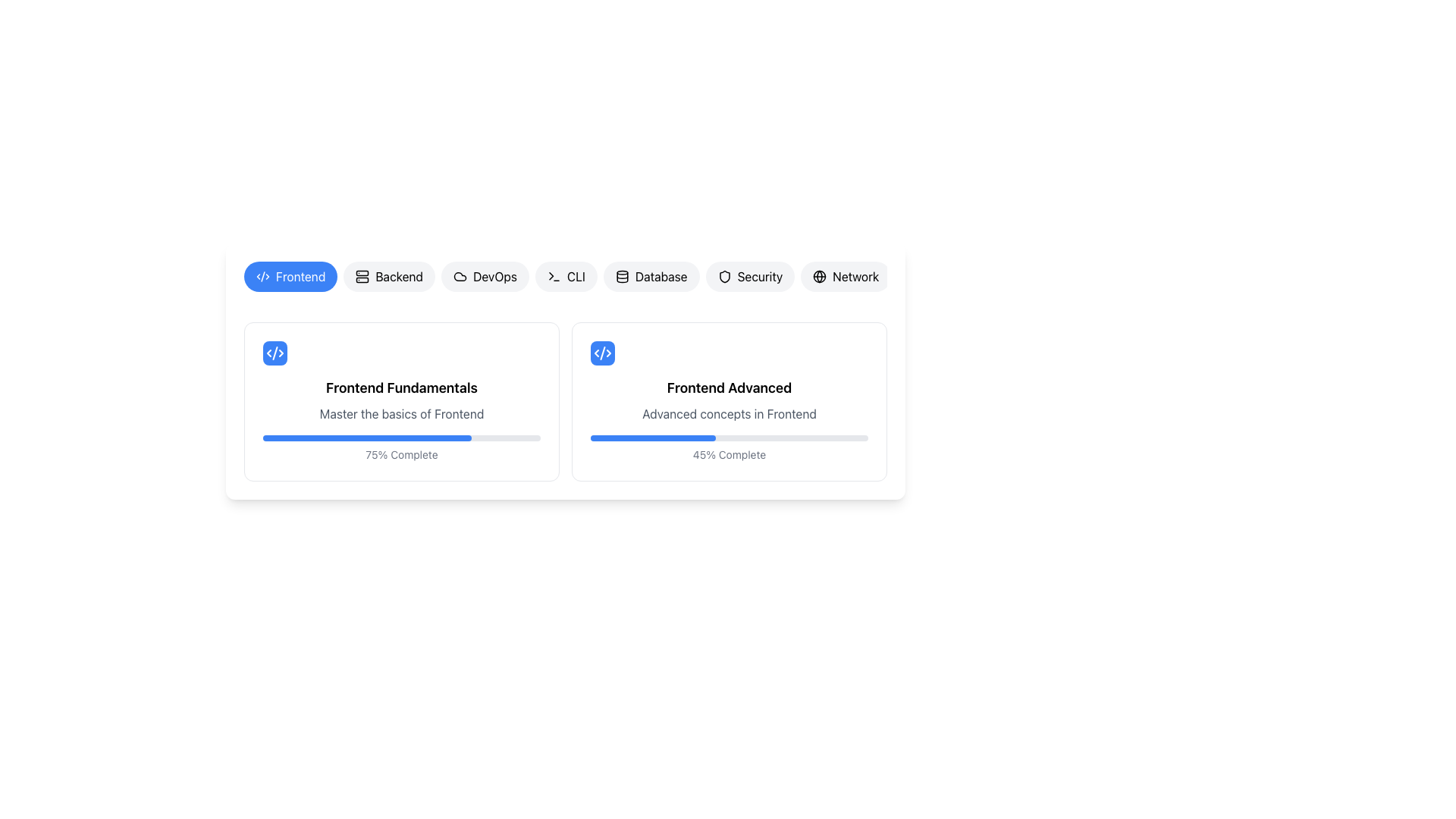  What do you see at coordinates (723, 277) in the screenshot?
I see `the 'Security' graphic icon located in the top bar area` at bounding box center [723, 277].